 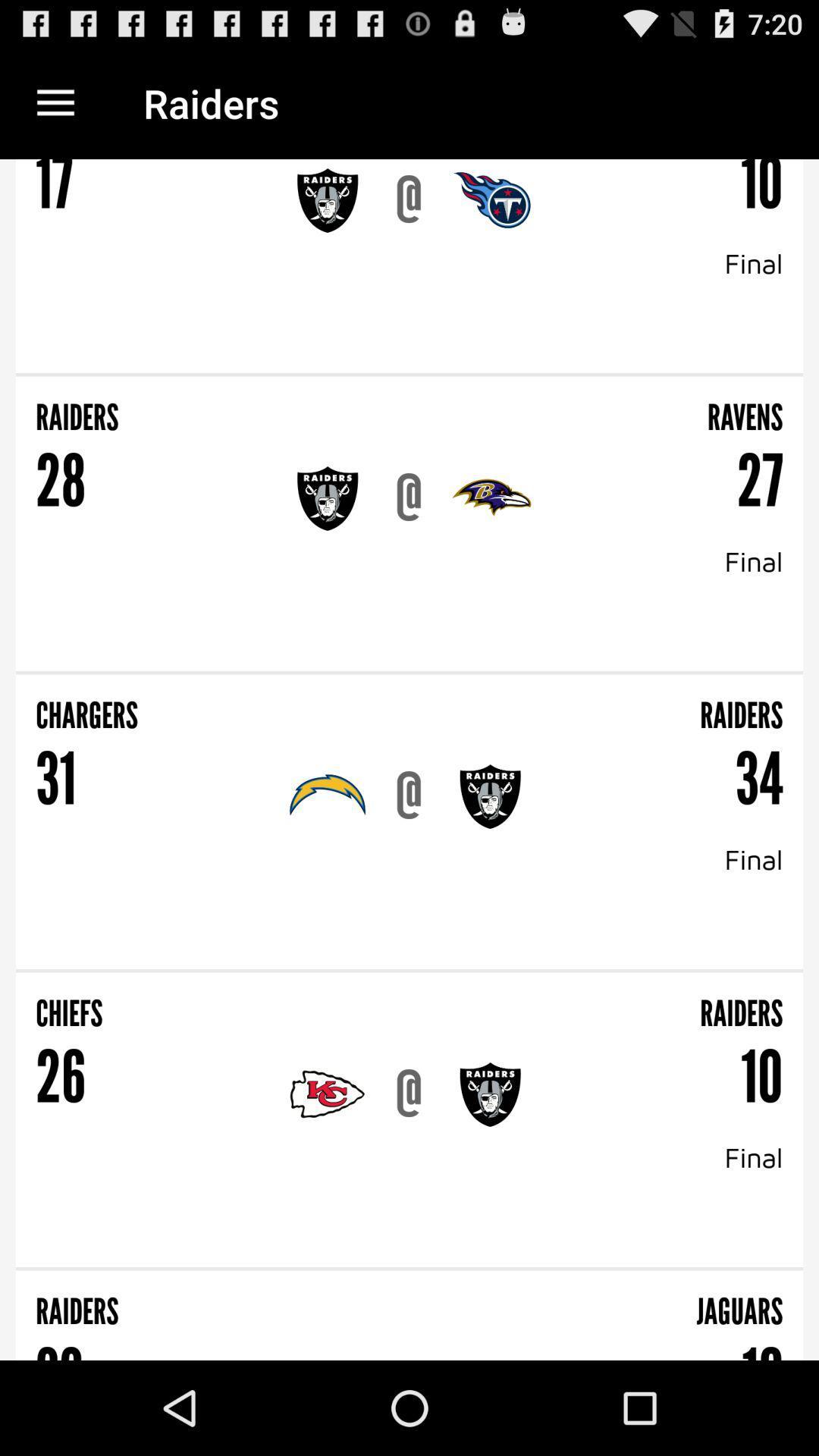 What do you see at coordinates (55, 780) in the screenshot?
I see `the item below the chargers item` at bounding box center [55, 780].